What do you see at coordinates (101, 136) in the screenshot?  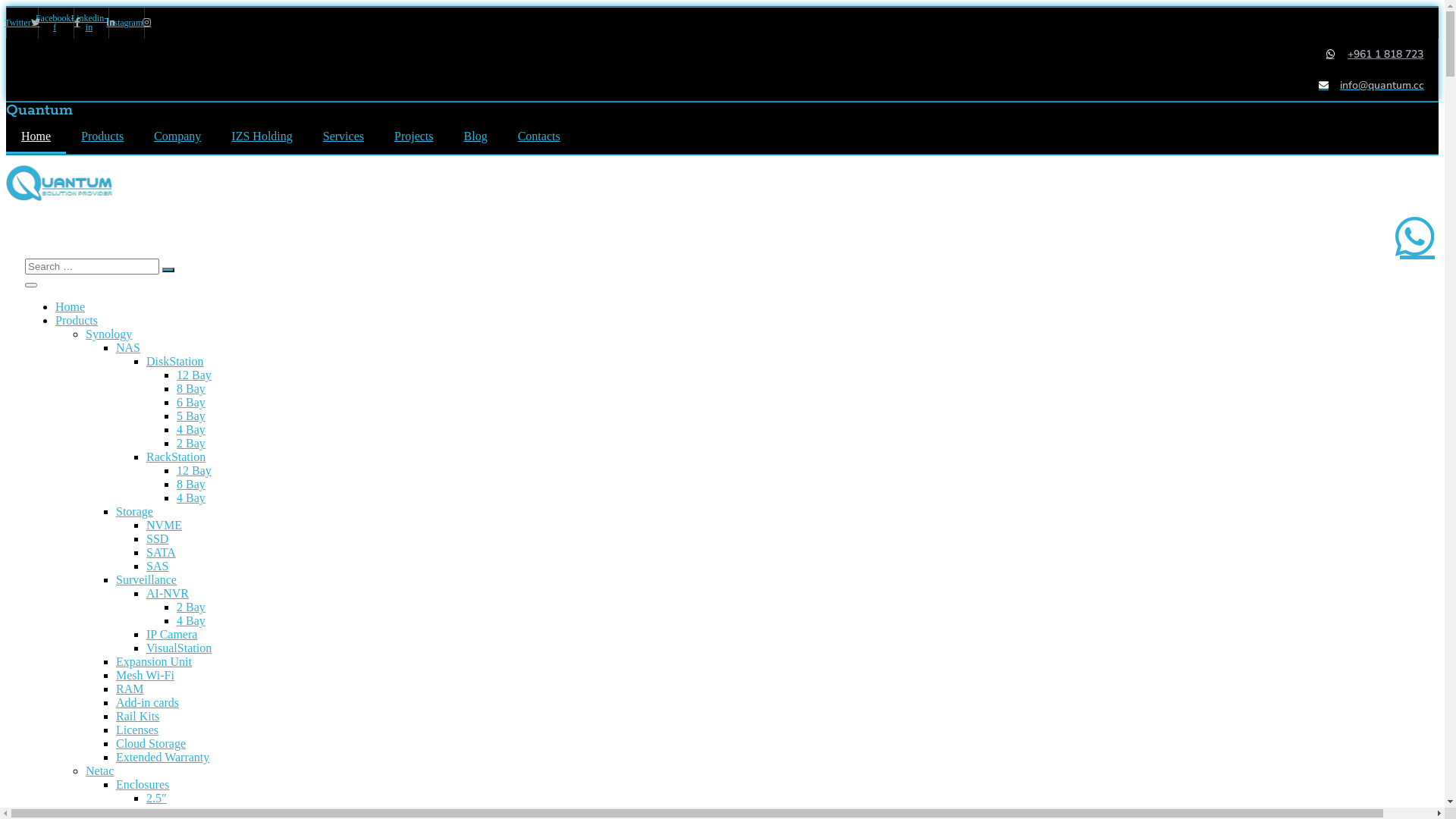 I see `'Products'` at bounding box center [101, 136].